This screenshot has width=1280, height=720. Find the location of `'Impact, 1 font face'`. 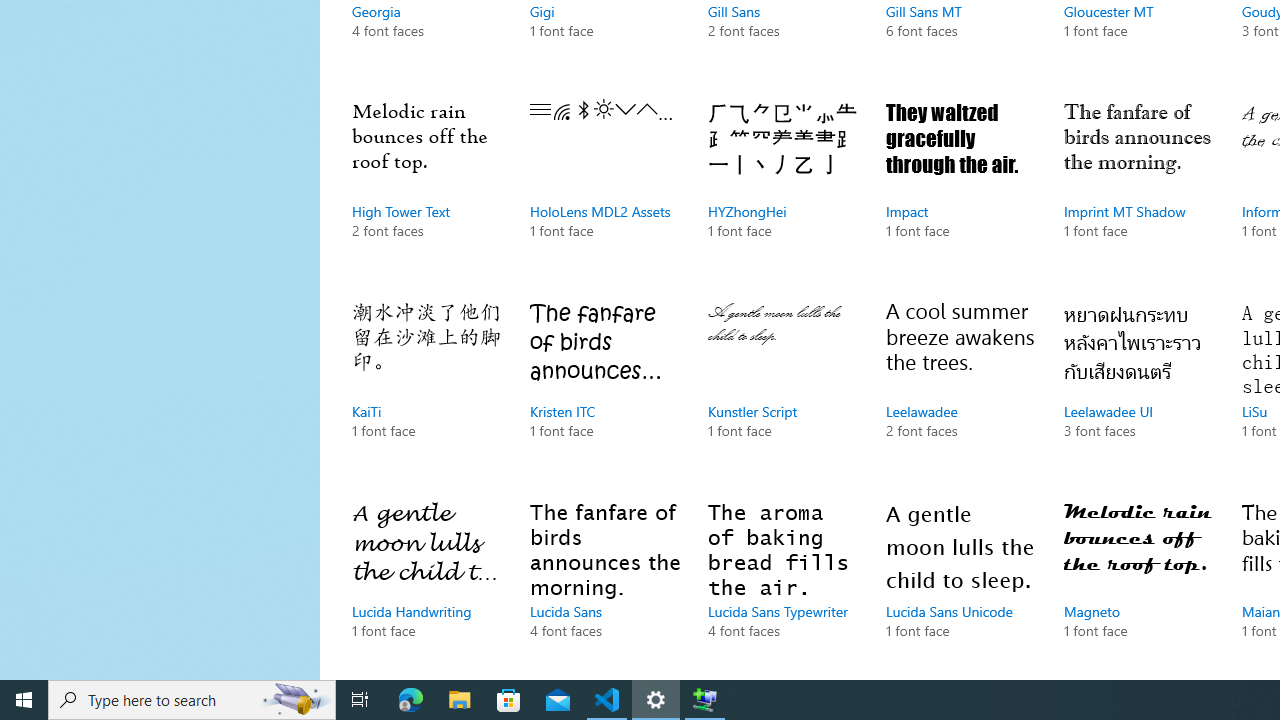

'Impact, 1 font face' is located at coordinates (961, 190).